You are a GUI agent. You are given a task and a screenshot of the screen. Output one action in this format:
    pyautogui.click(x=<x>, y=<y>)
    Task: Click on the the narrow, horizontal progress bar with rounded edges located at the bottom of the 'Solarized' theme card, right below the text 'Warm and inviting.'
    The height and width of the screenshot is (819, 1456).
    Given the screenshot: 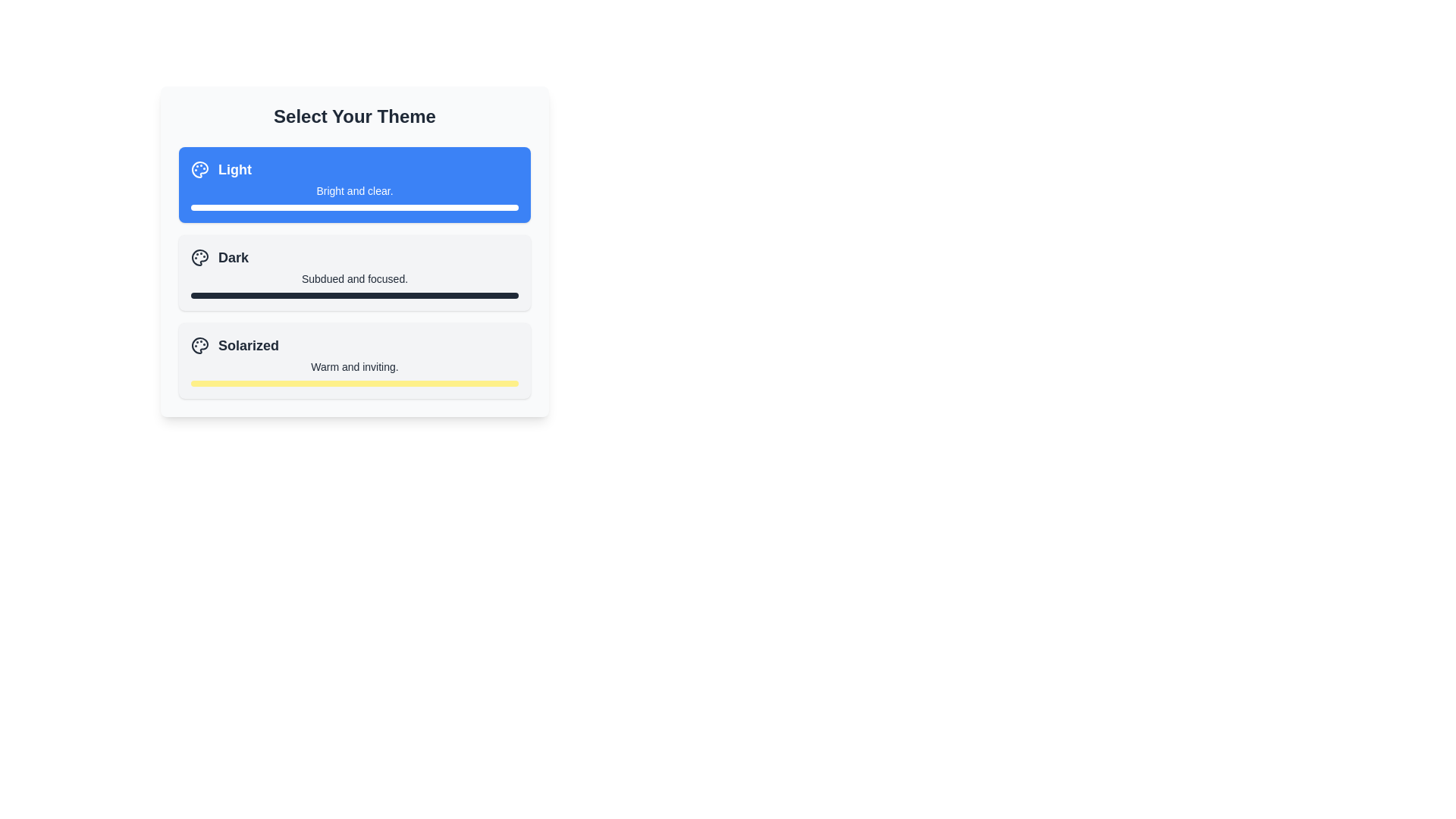 What is the action you would take?
    pyautogui.click(x=353, y=382)
    